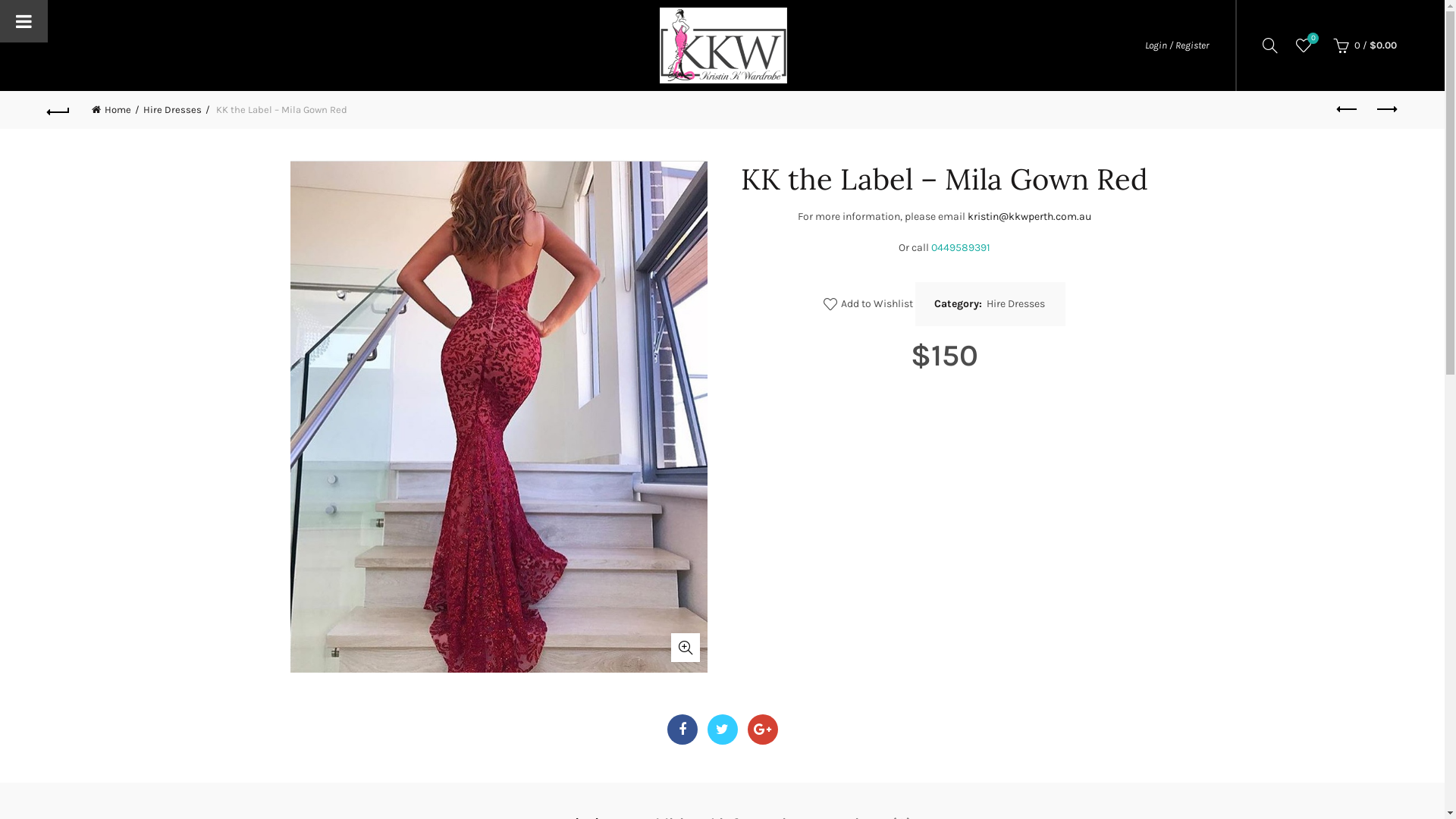 The width and height of the screenshot is (1456, 819). Describe the element at coordinates (1363, 45) in the screenshot. I see `'0 / $0.00'` at that location.